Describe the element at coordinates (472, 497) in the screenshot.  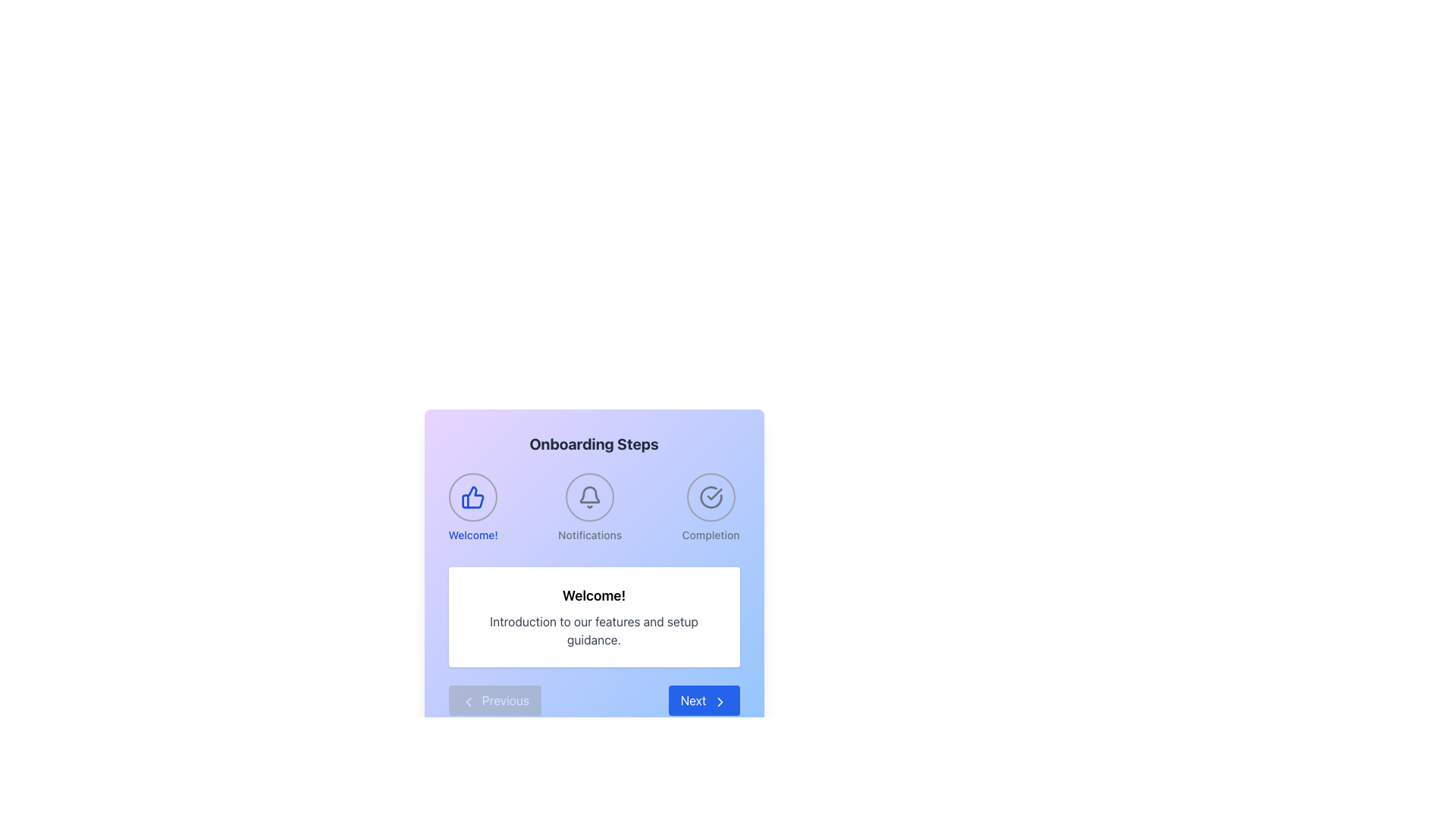
I see `the Circular Button with Icon in the 'Welcome!' section` at that location.